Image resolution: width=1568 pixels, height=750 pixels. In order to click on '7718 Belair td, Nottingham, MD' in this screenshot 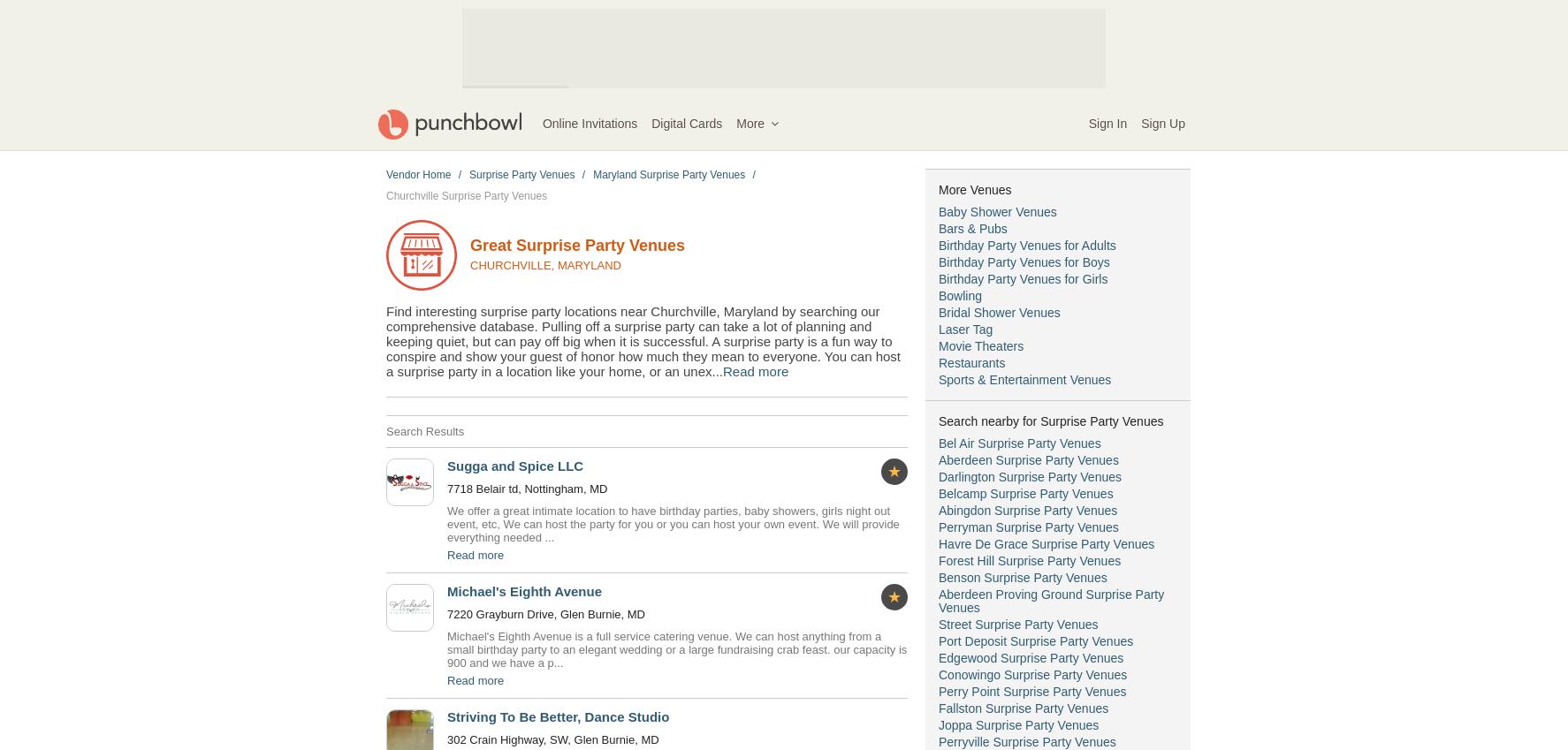, I will do `click(526, 489)`.